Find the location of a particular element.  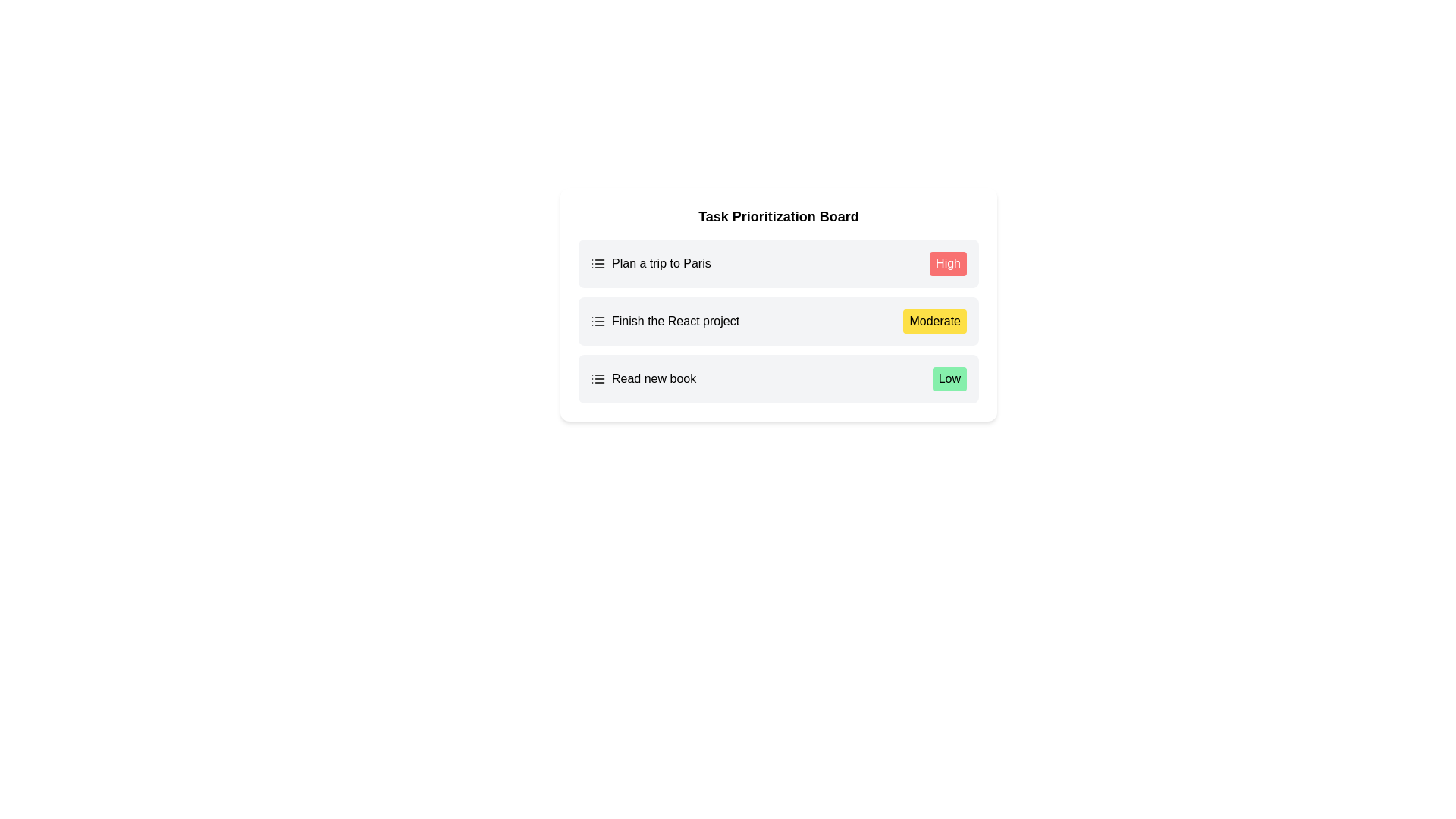

the 'High' label or badge, which is a rectangular button with rounded corners, styled with a red background and white text, located at the top right of the task entry labeled 'Plan a trip to Paris' is located at coordinates (947, 262).